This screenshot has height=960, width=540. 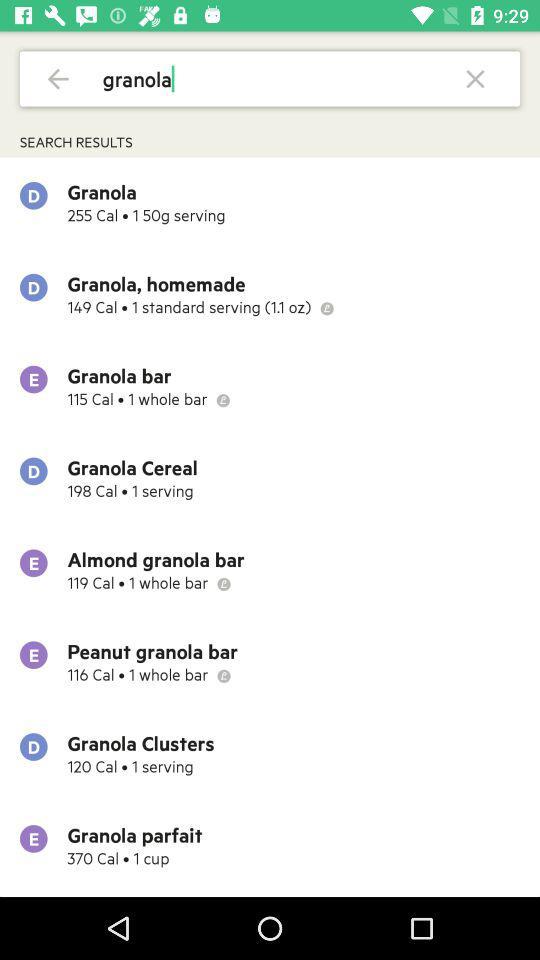 I want to click on the arrow_backward icon, so click(x=58, y=78).